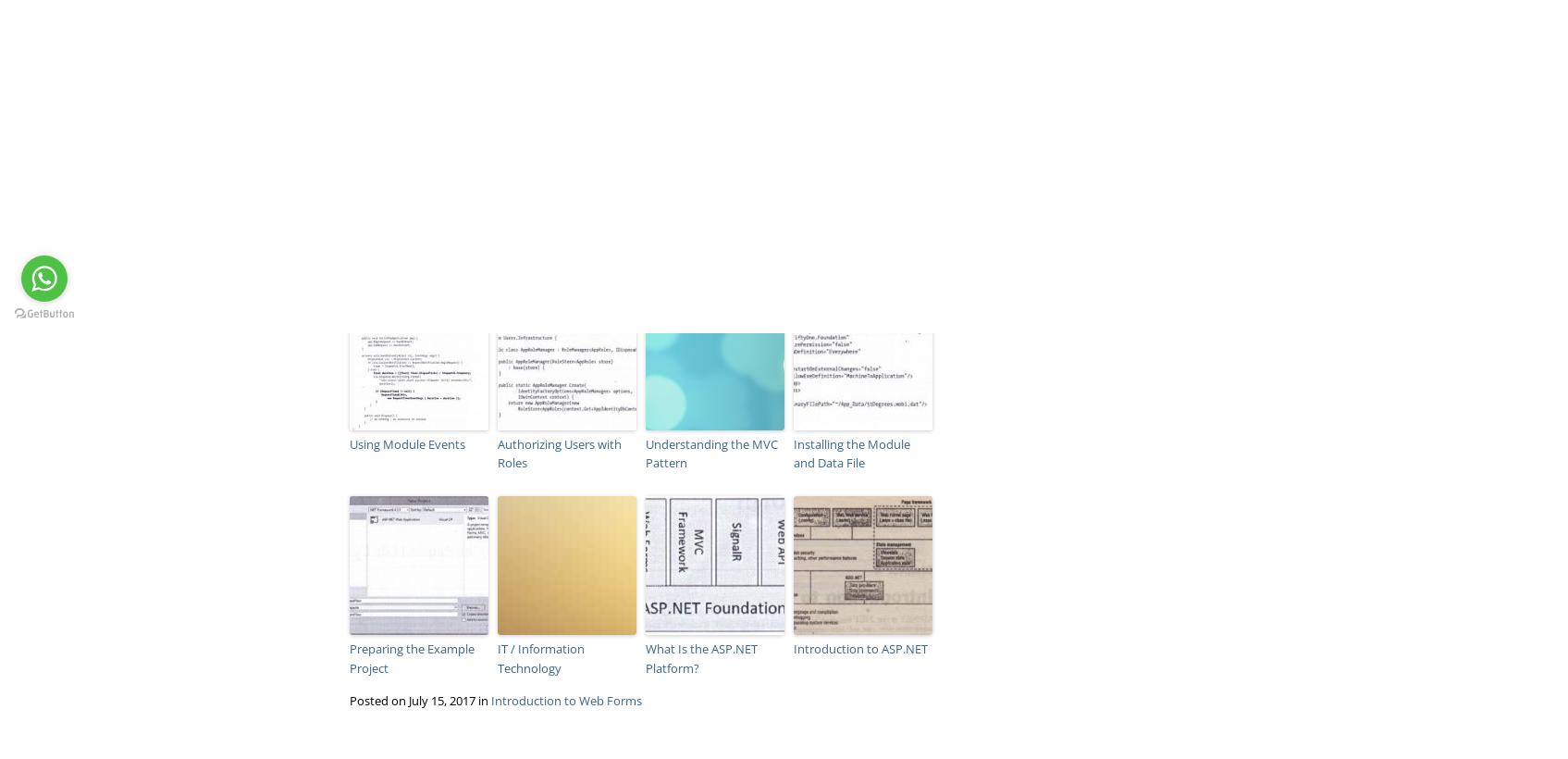 The width and height of the screenshot is (1568, 759). Describe the element at coordinates (424, 267) in the screenshot. I see `'Related ASP Assignments'` at that location.